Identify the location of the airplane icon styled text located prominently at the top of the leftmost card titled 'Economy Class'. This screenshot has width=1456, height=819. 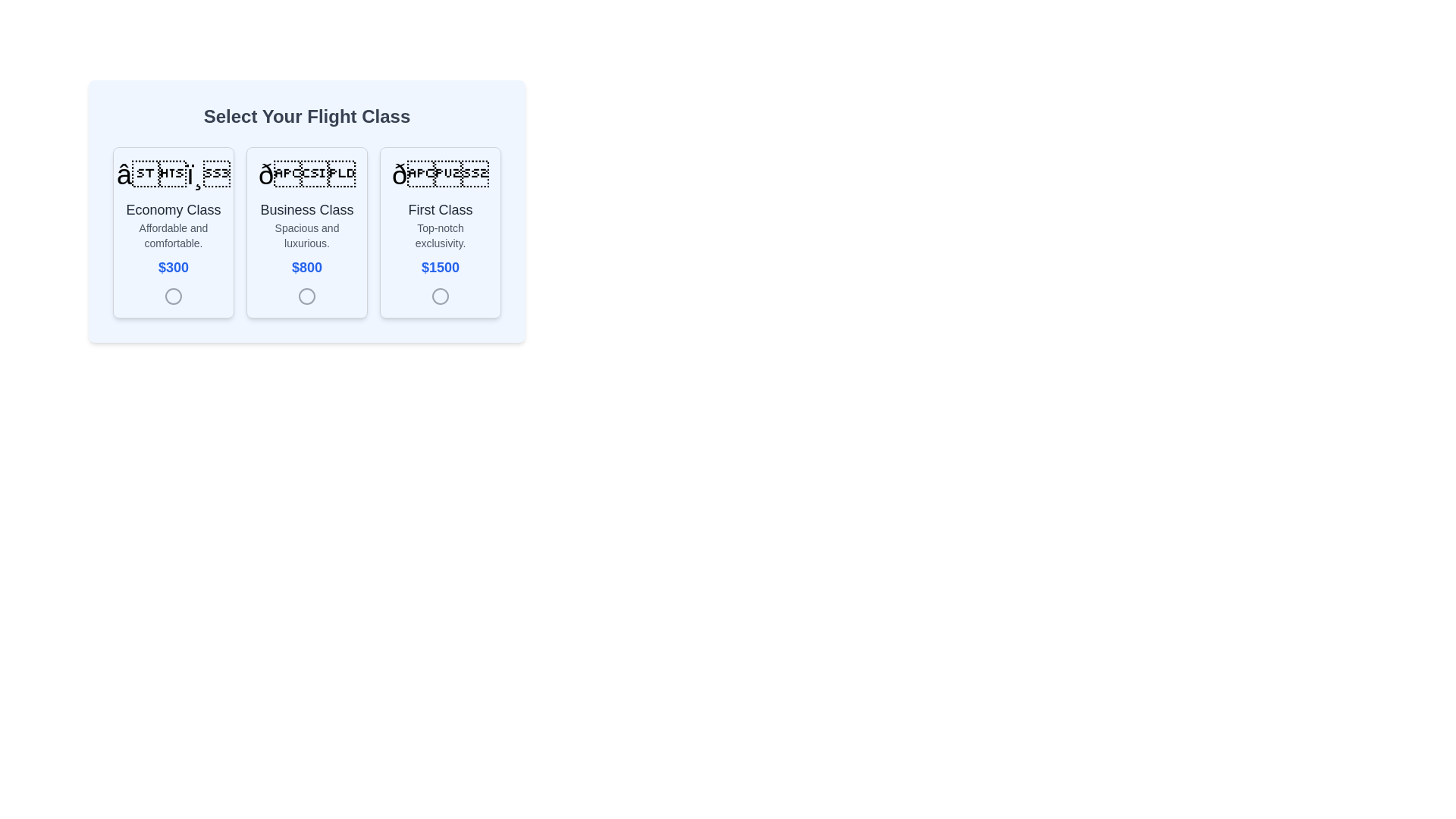
(174, 174).